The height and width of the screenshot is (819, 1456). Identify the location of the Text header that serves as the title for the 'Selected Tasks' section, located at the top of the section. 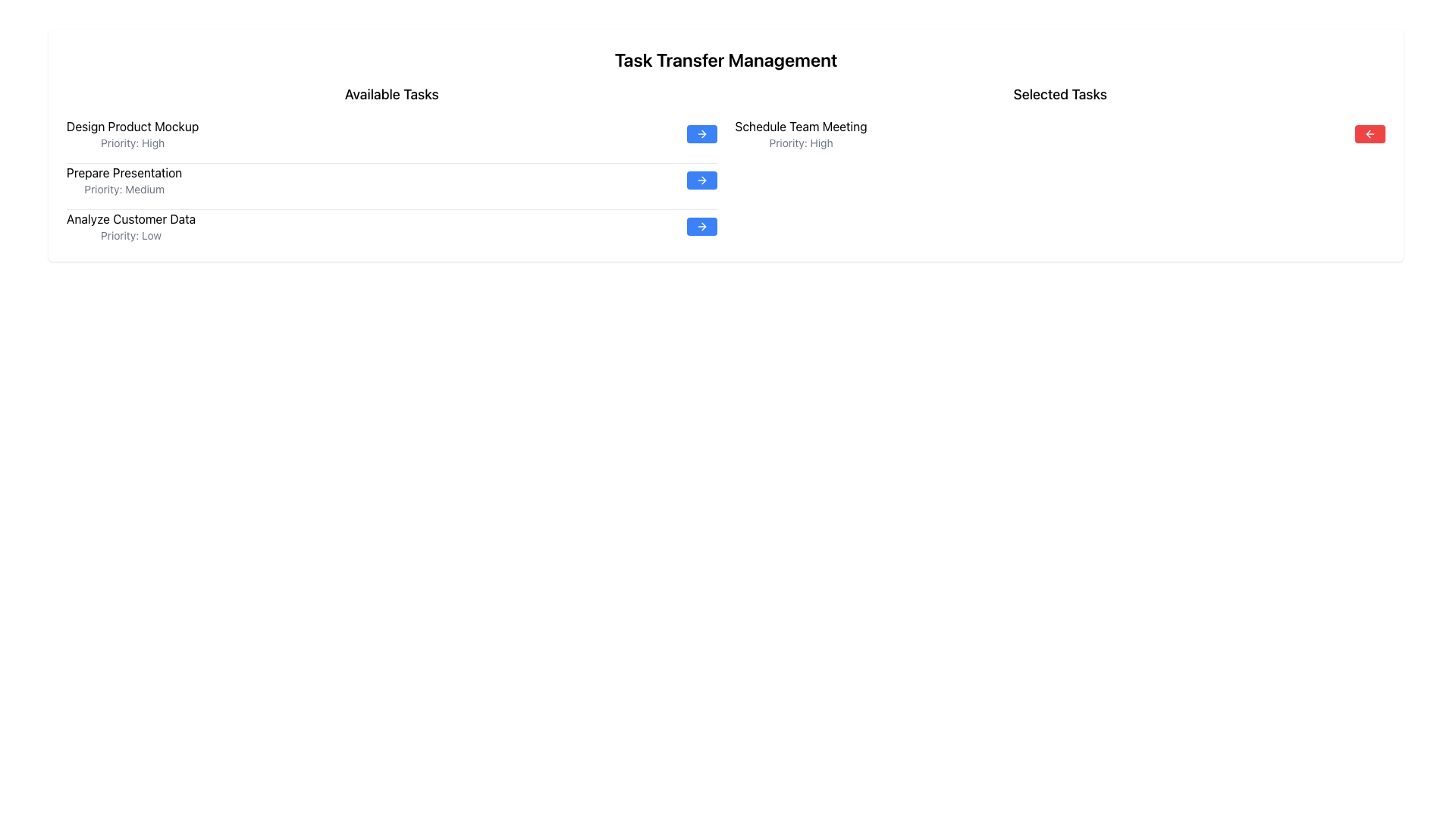
(1059, 94).